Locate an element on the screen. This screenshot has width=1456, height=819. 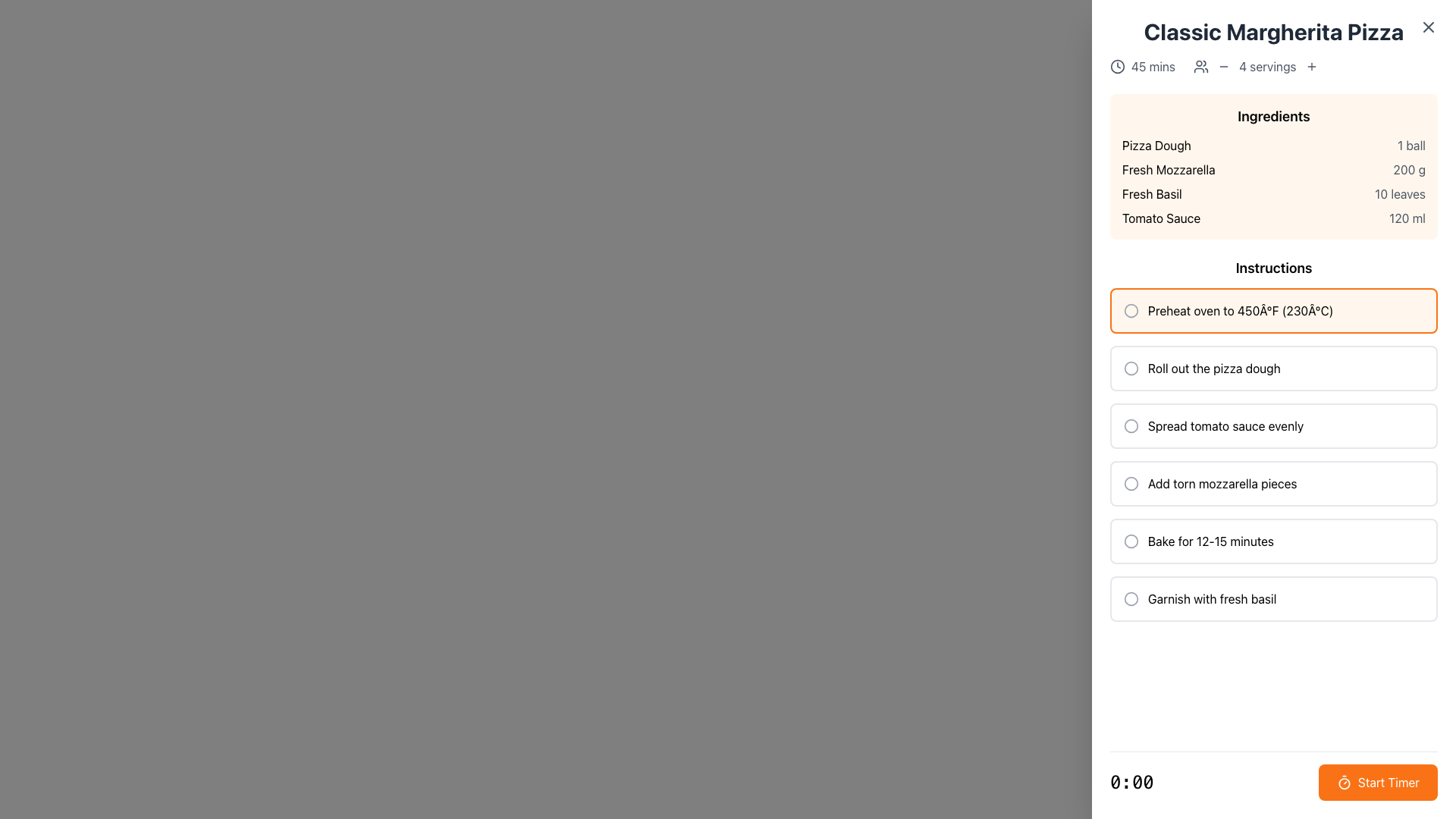
the text label 'Add torn mozzarella pieces' of the checkbox element in the instructions section is located at coordinates (1274, 483).